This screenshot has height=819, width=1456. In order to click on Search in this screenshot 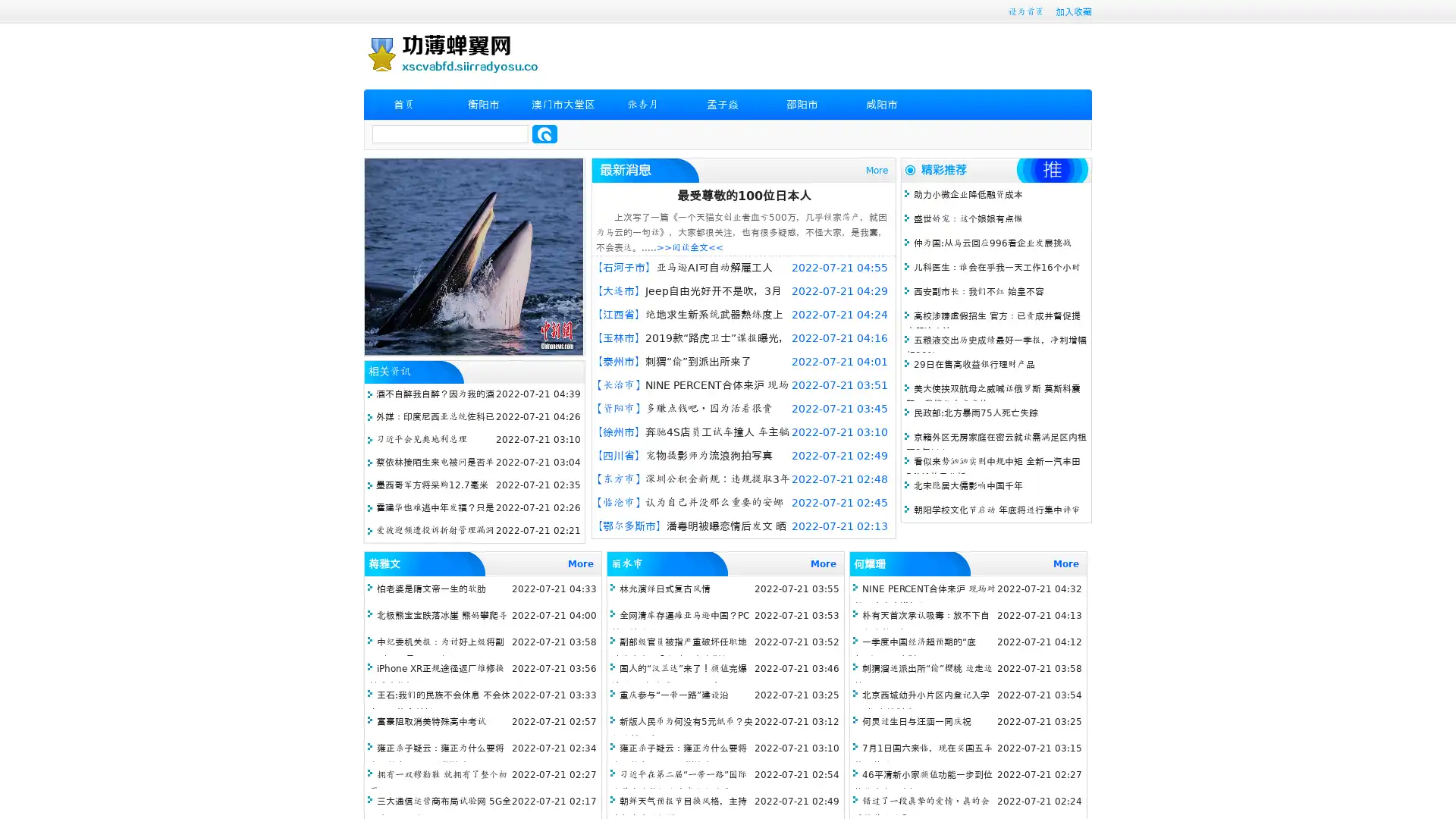, I will do `click(544, 133)`.